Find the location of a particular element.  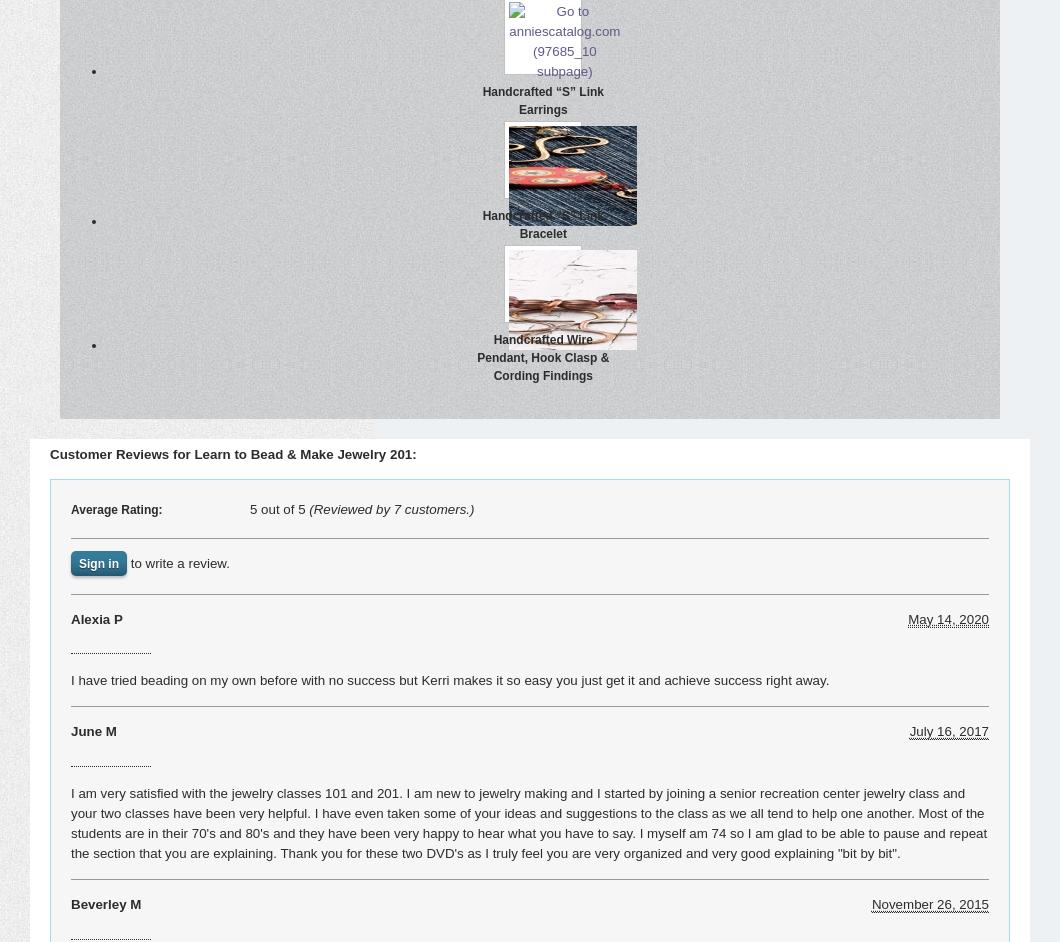

'Customer Reviews for Learn to Bead & Make Jewelry 201:' is located at coordinates (231, 453).